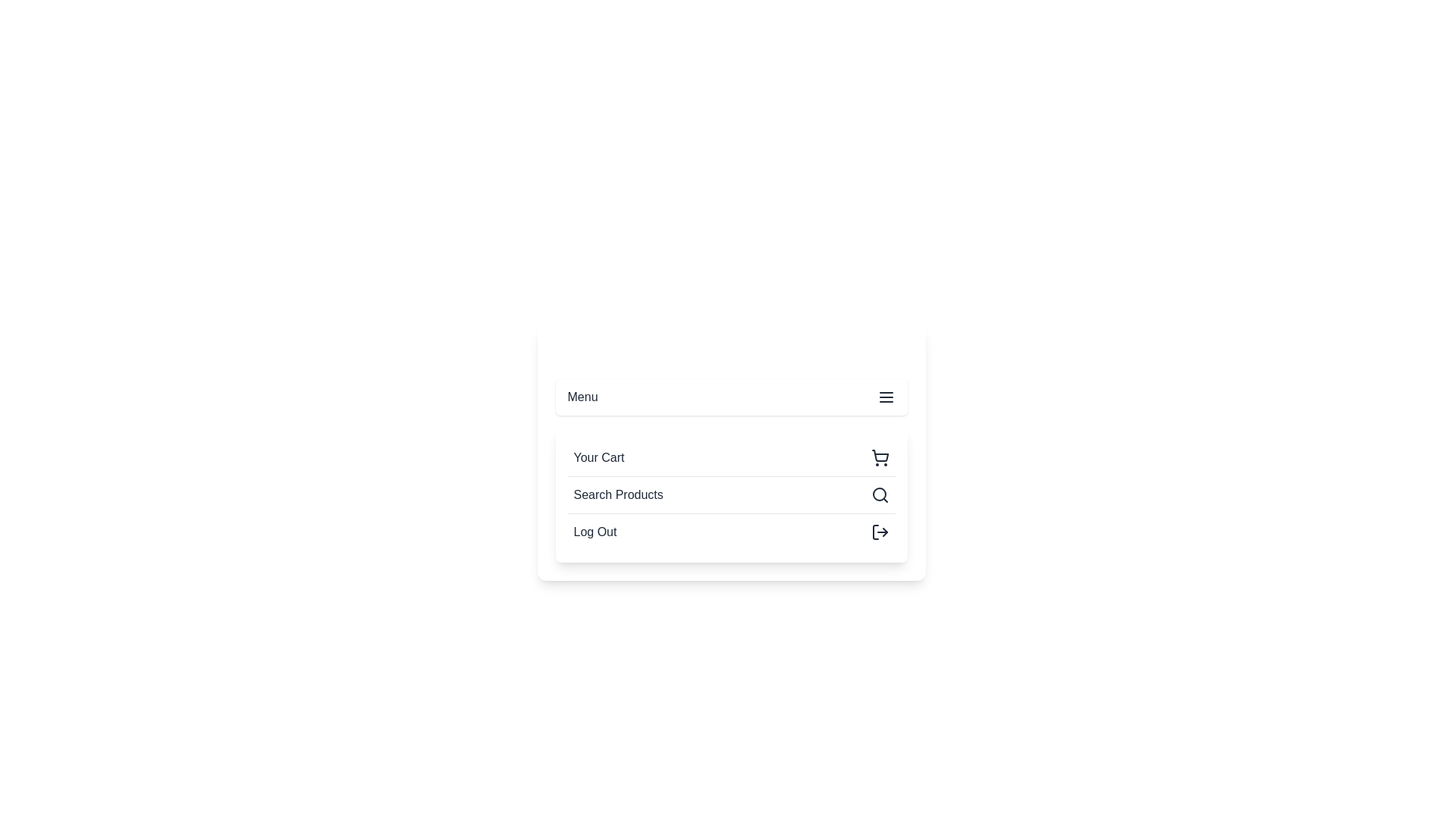  I want to click on the circular icon element within the search icon that is part of a structured SVG drawing, so click(879, 494).